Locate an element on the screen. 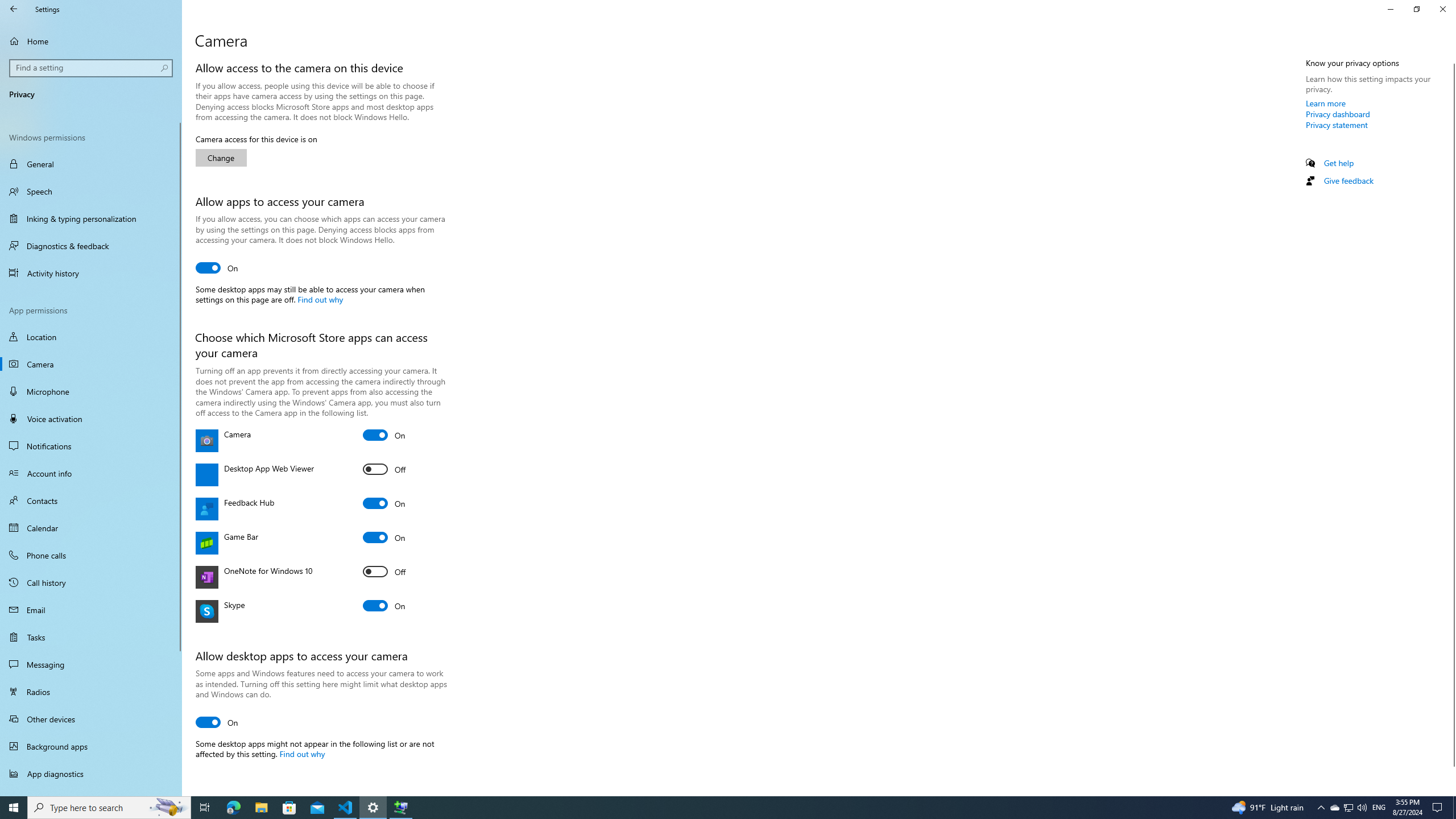  'Microphone' is located at coordinates (90, 390).